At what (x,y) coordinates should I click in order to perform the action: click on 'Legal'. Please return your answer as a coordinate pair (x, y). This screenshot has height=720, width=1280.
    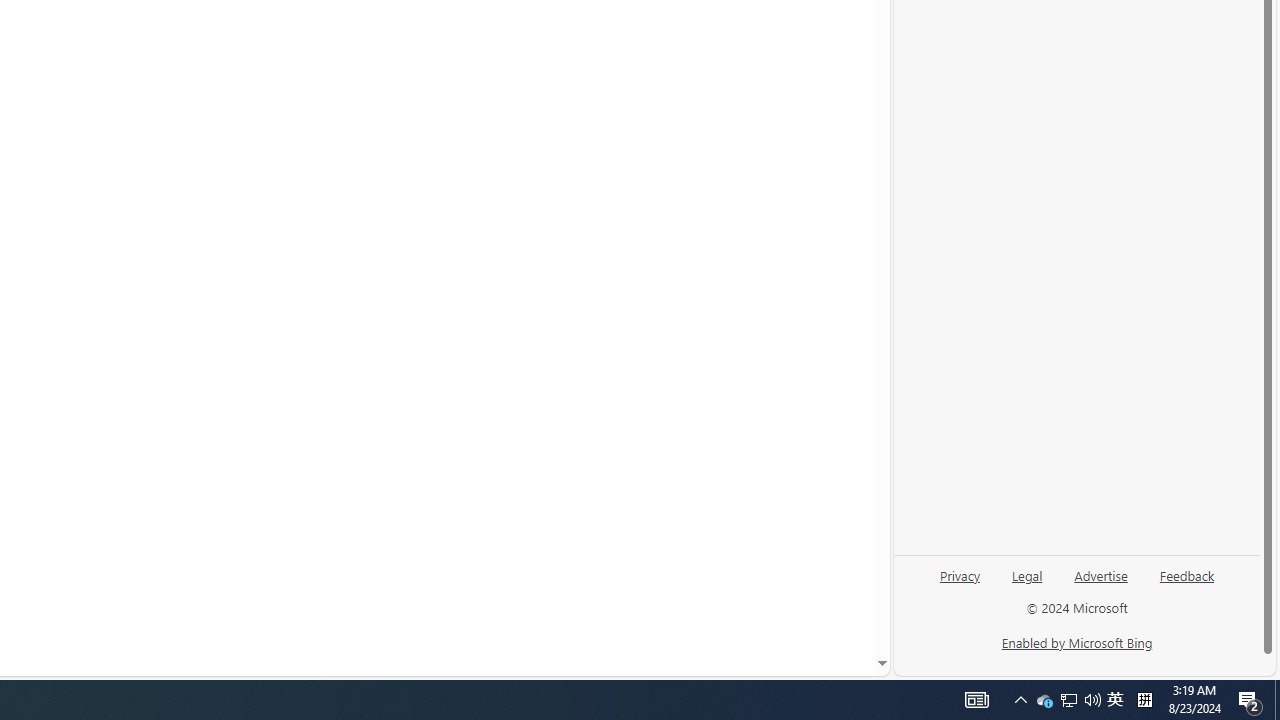
    Looking at the image, I should click on (1027, 574).